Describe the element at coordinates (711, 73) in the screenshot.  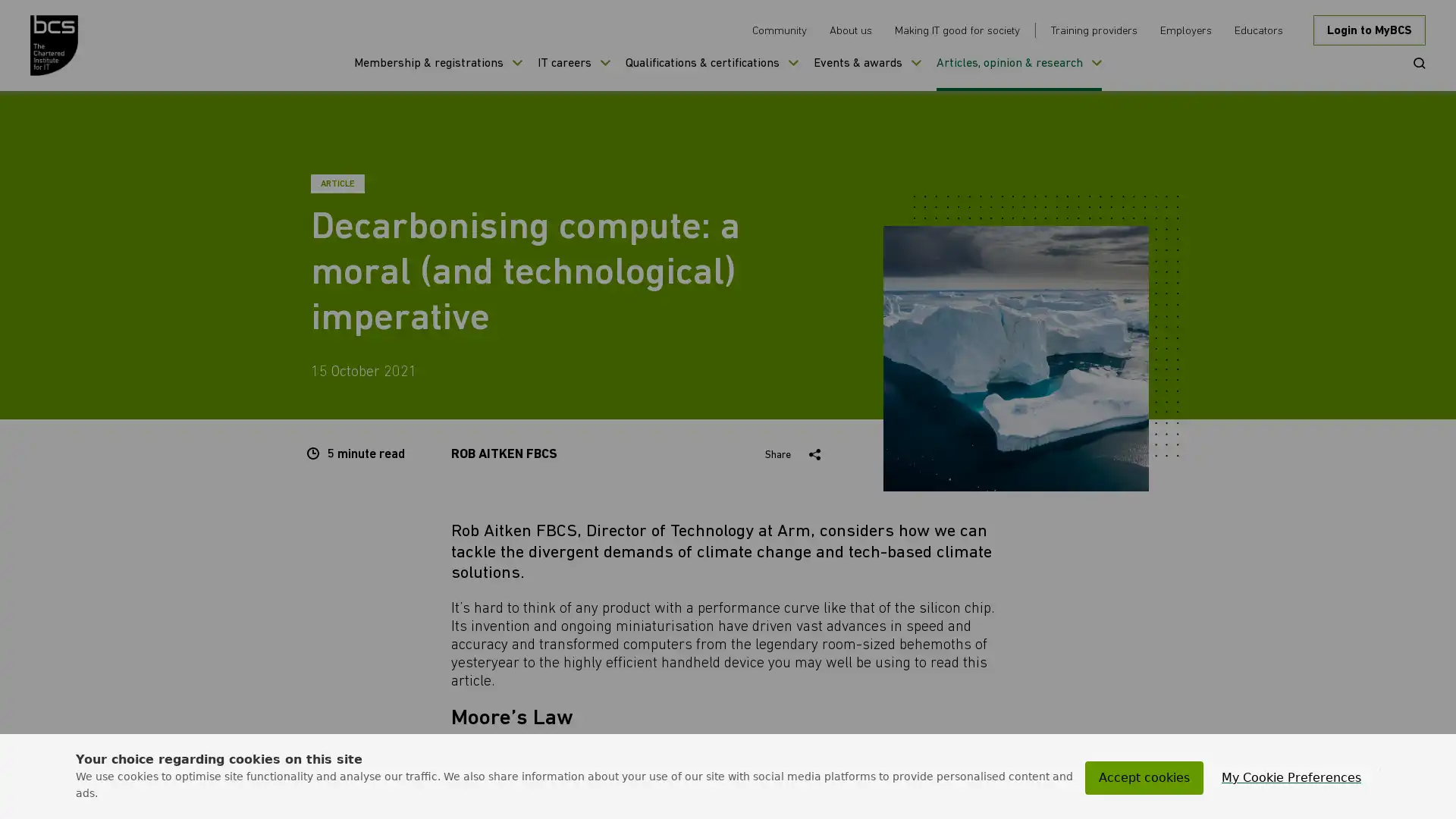
I see `Qualifications & certifications` at that location.